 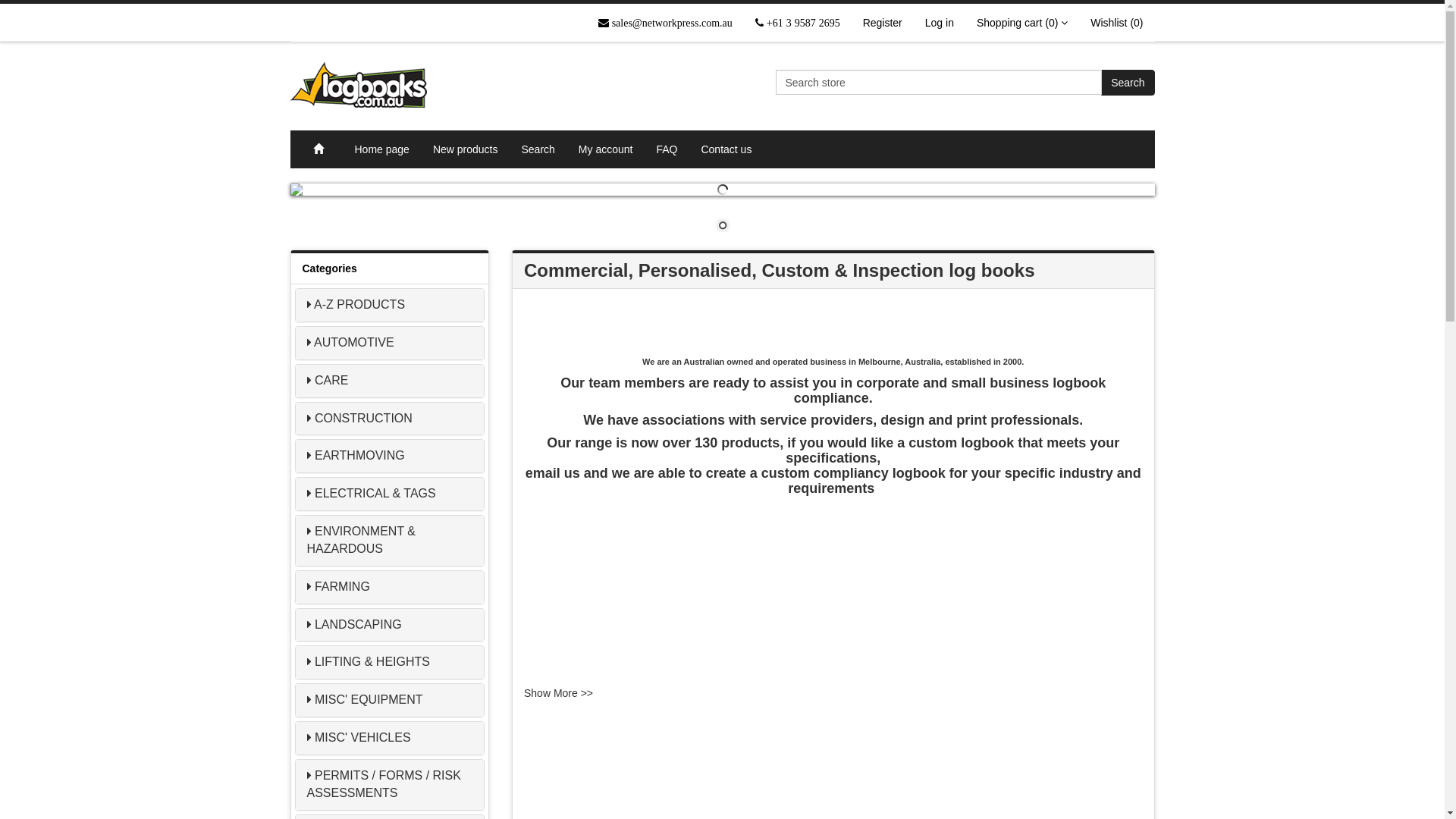 I want to click on 'PERMITS / FORMS / RISK ASSESSMENTS', so click(x=383, y=783).